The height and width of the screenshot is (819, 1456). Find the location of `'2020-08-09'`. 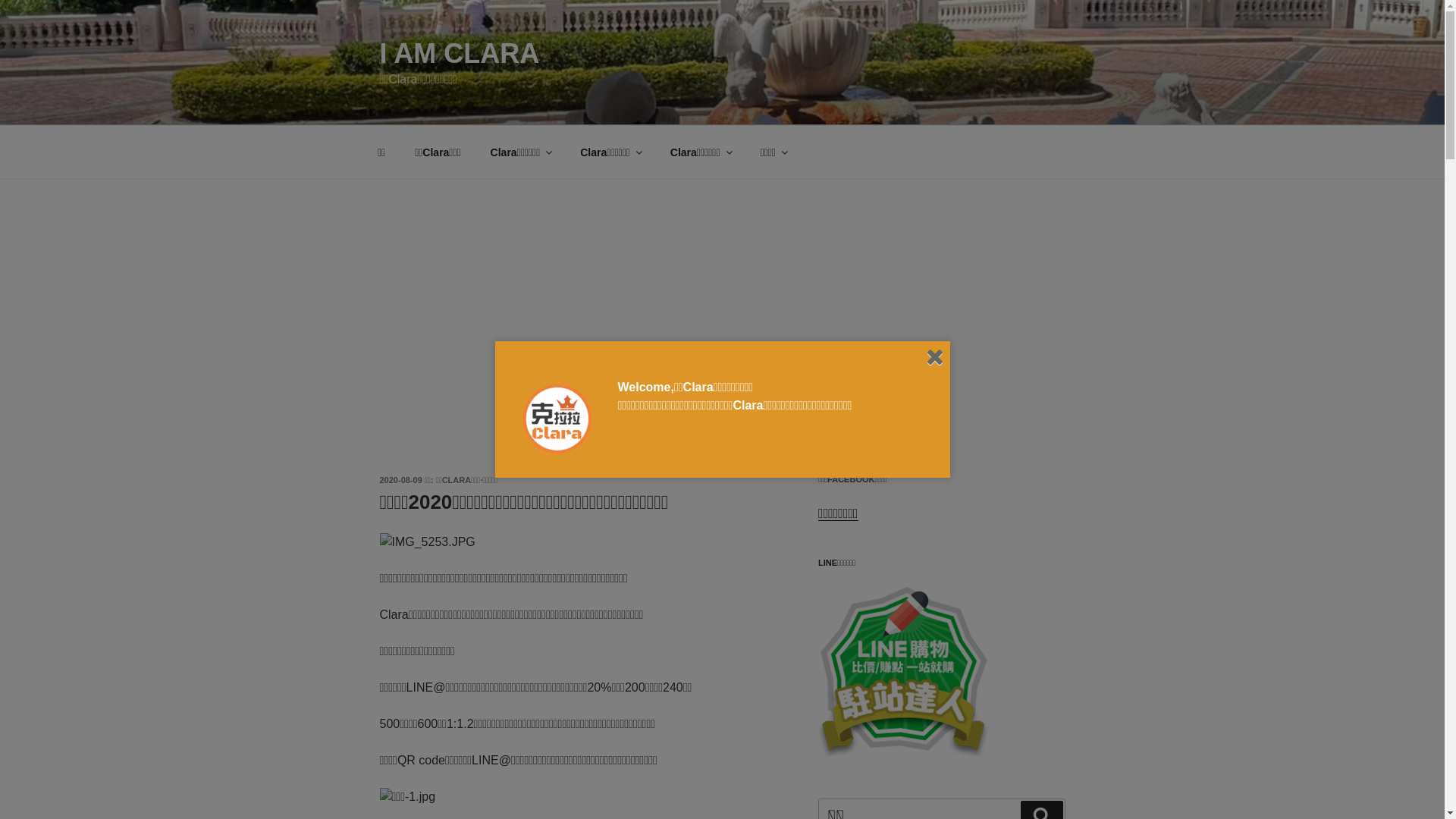

'2020-08-09' is located at coordinates (400, 479).